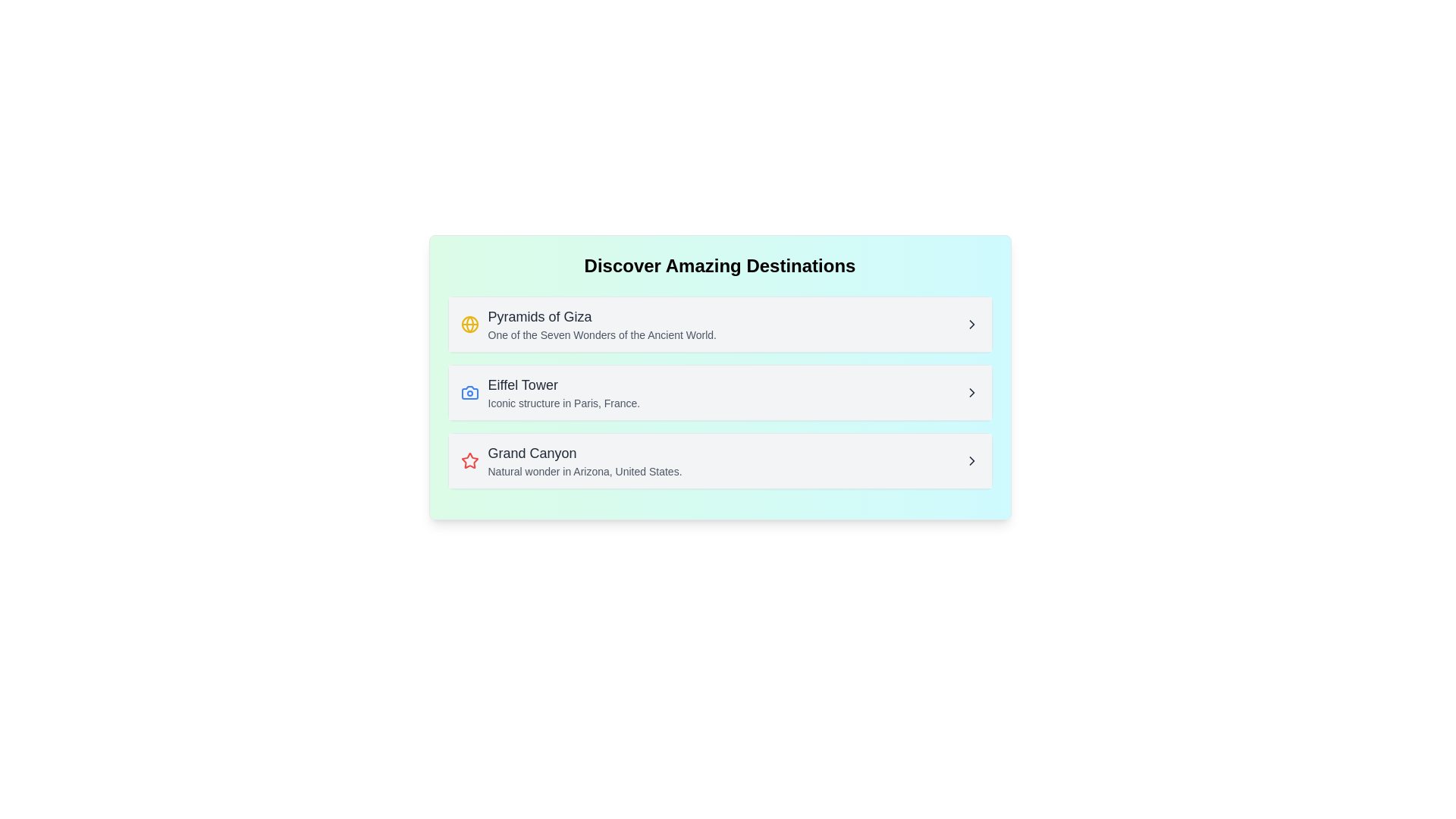 The height and width of the screenshot is (819, 1456). What do you see at coordinates (584, 460) in the screenshot?
I see `displayed text 'Grand Canyon' and its description 'Natural wonder in Arizona, United States.' from the Text Display element located in the third row of a vertical list` at bounding box center [584, 460].